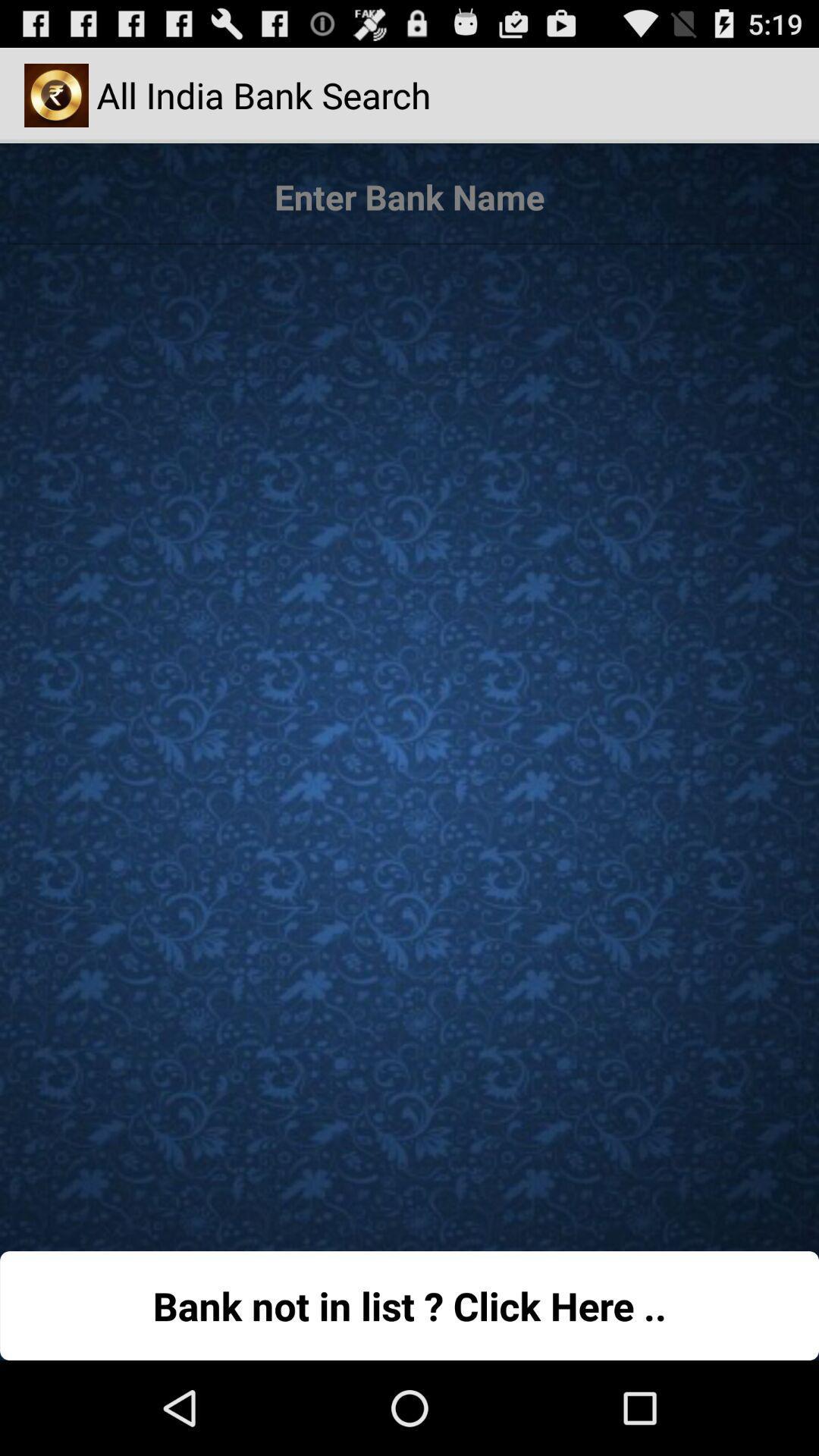 The image size is (819, 1456). Describe the element at coordinates (409, 740) in the screenshot. I see `button above the bank not in` at that location.